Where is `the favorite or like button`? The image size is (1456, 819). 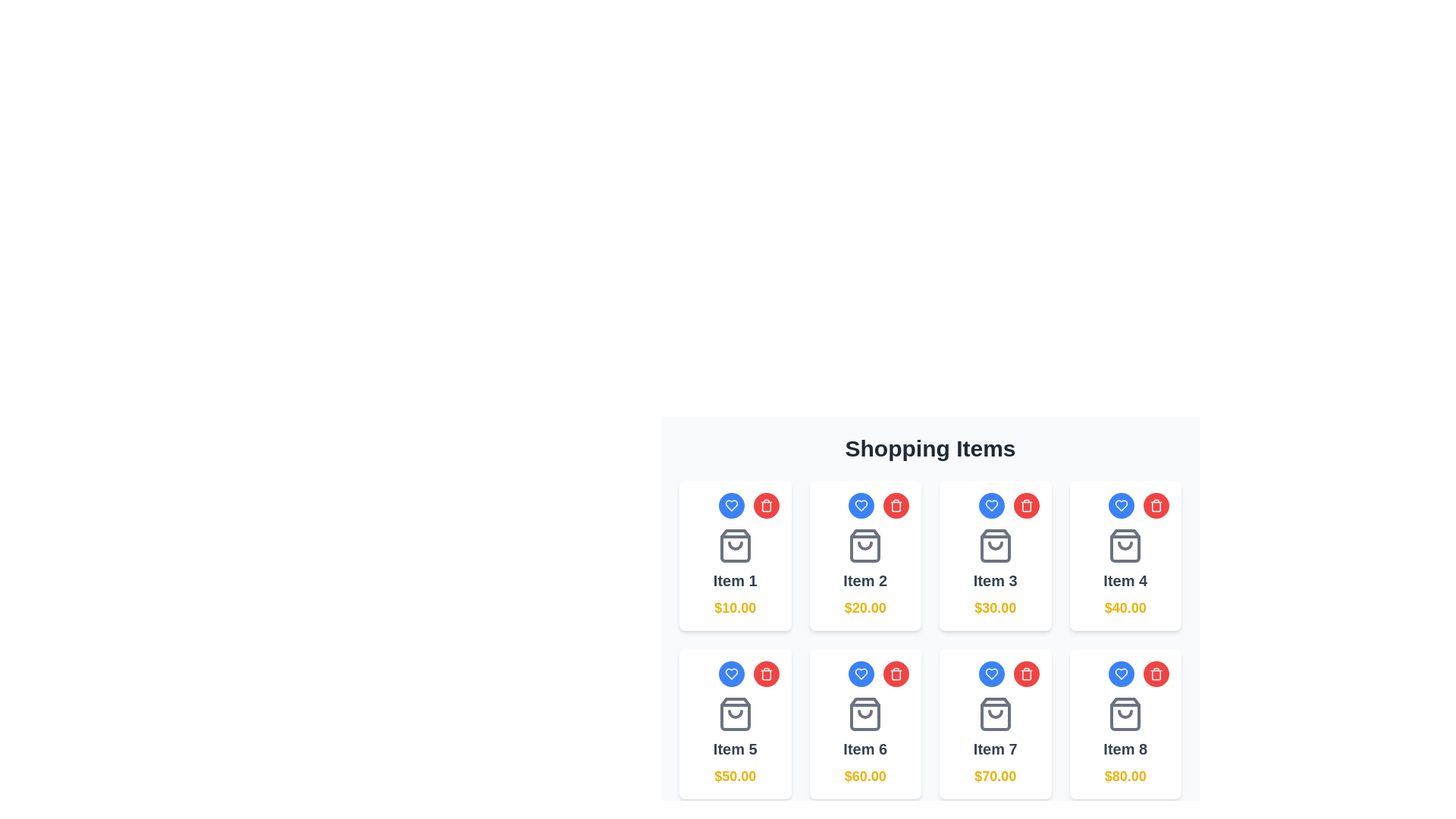 the favorite or like button is located at coordinates (861, 673).